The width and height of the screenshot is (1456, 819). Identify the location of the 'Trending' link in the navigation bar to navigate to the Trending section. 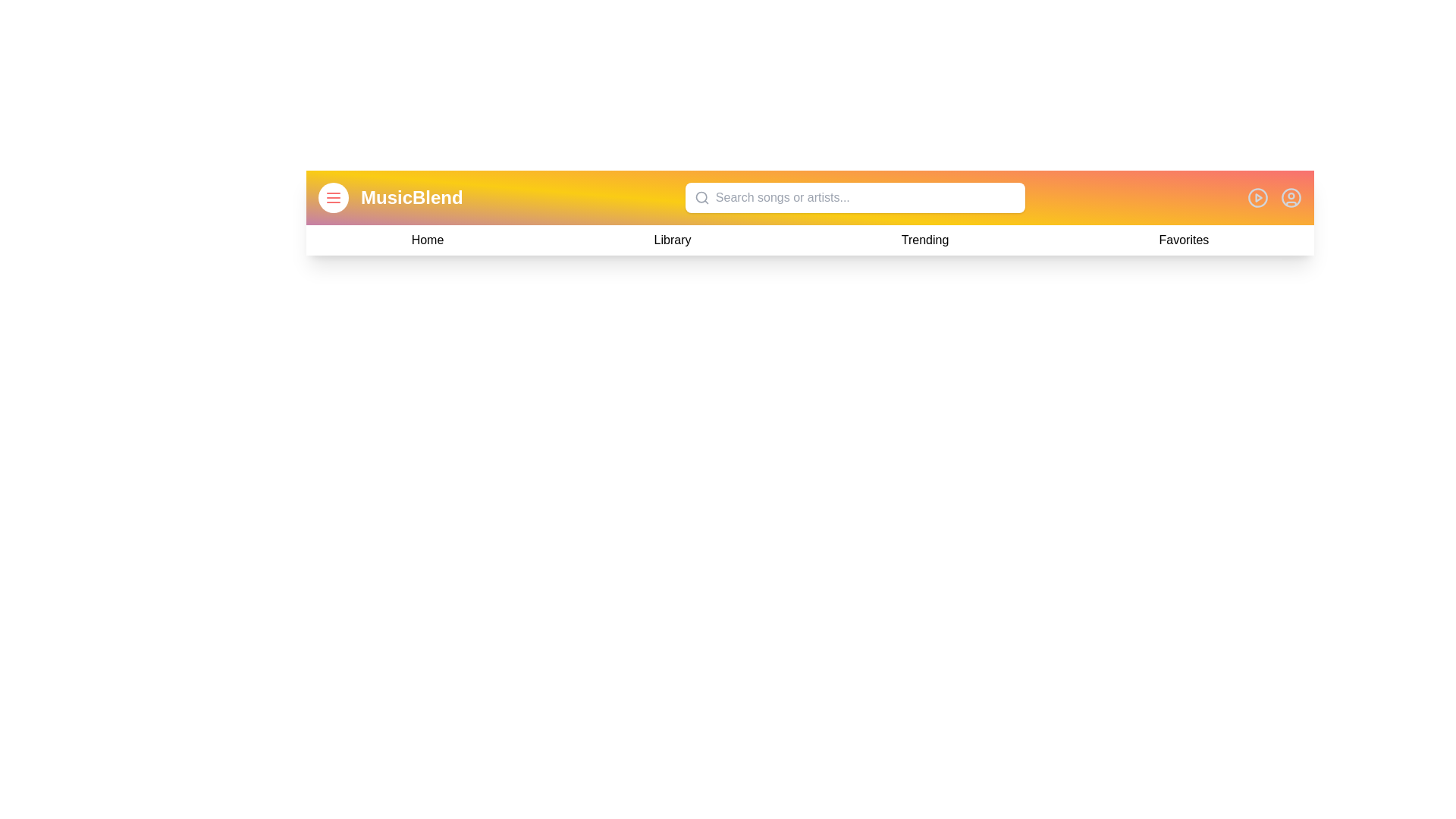
(924, 239).